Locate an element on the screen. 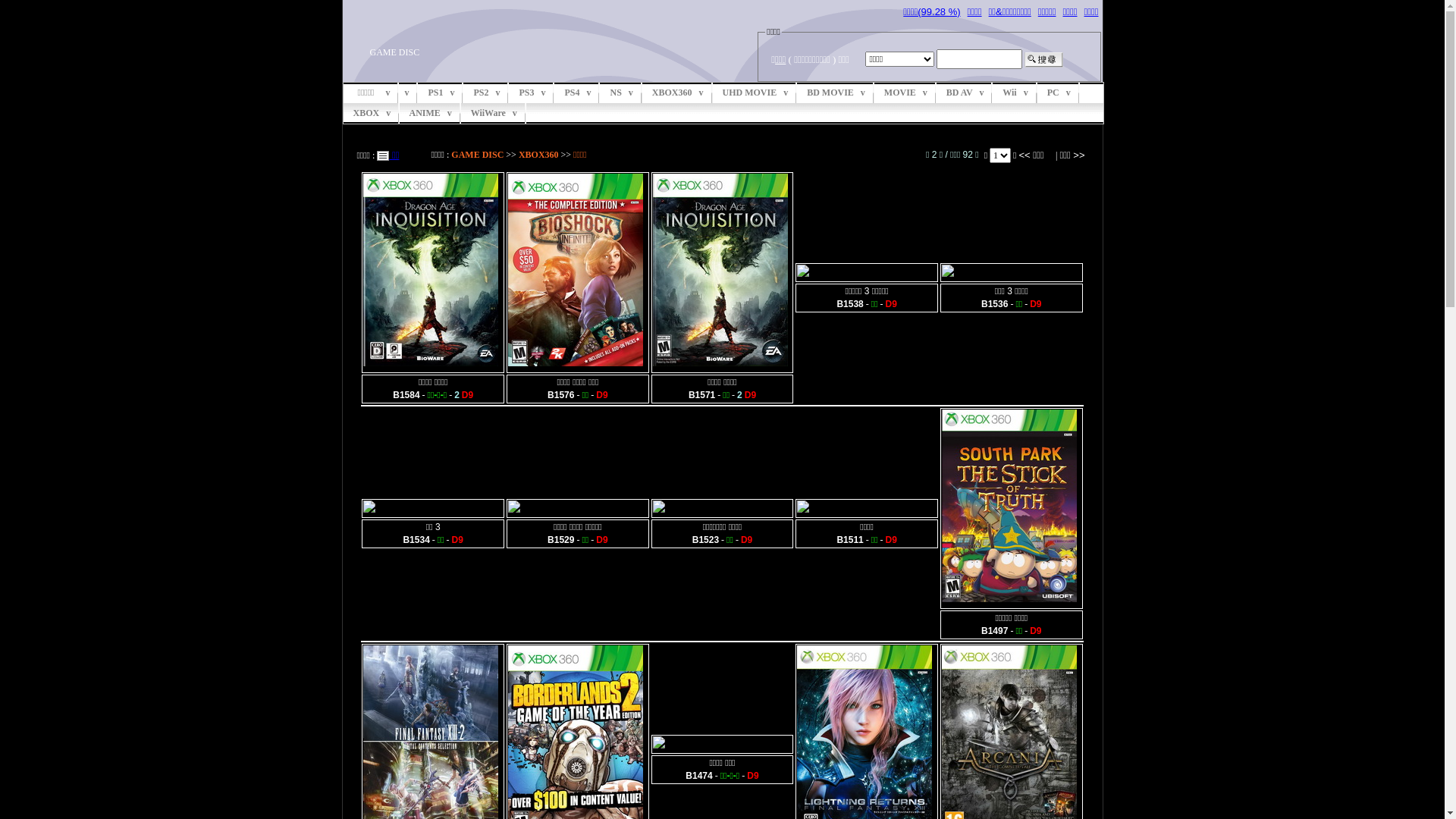  '  MOVIE  ' is located at coordinates (905, 93).